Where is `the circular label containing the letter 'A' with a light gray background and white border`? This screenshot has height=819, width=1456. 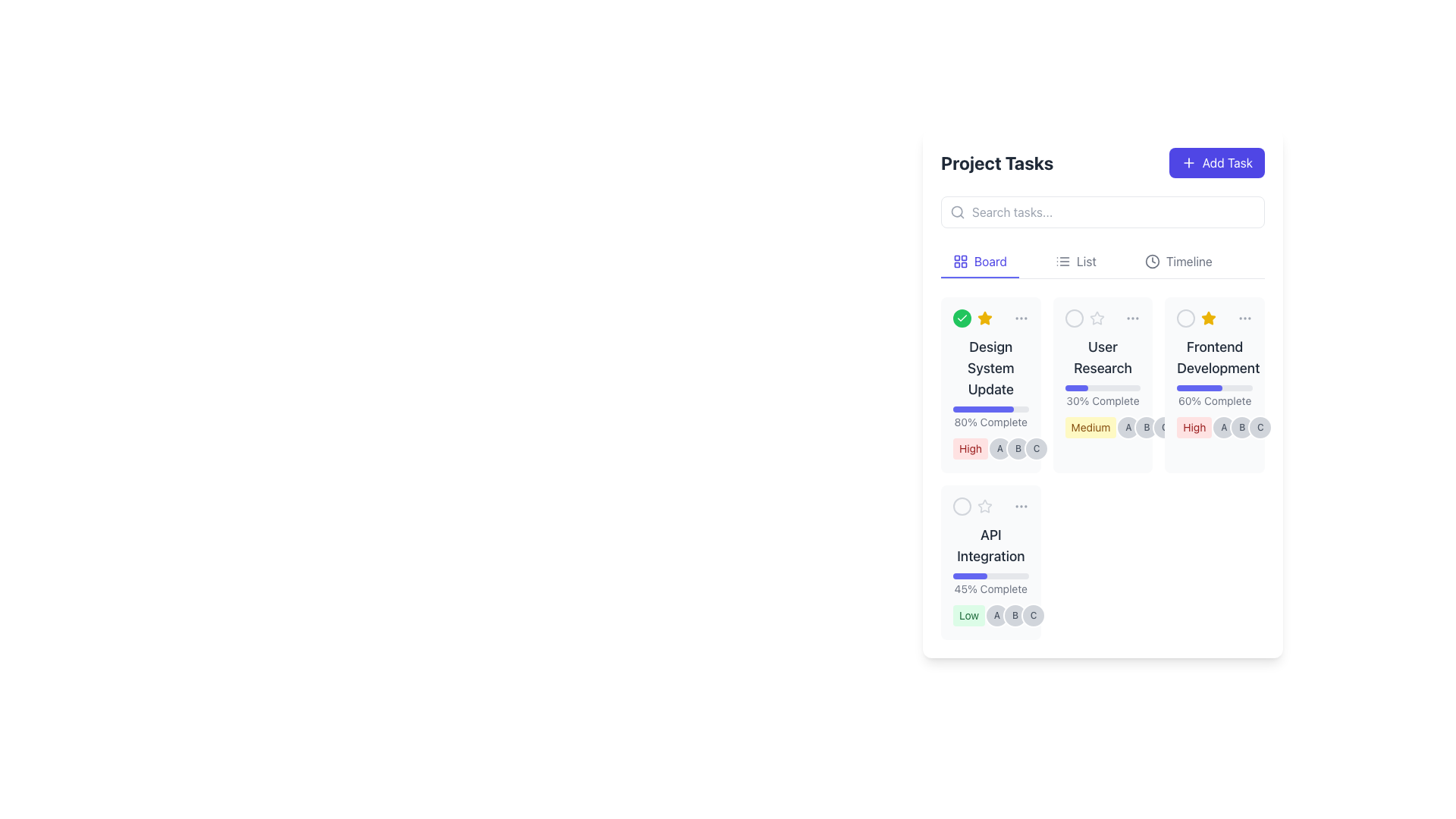
the circular label containing the letter 'A' with a light gray background and white border is located at coordinates (1128, 427).